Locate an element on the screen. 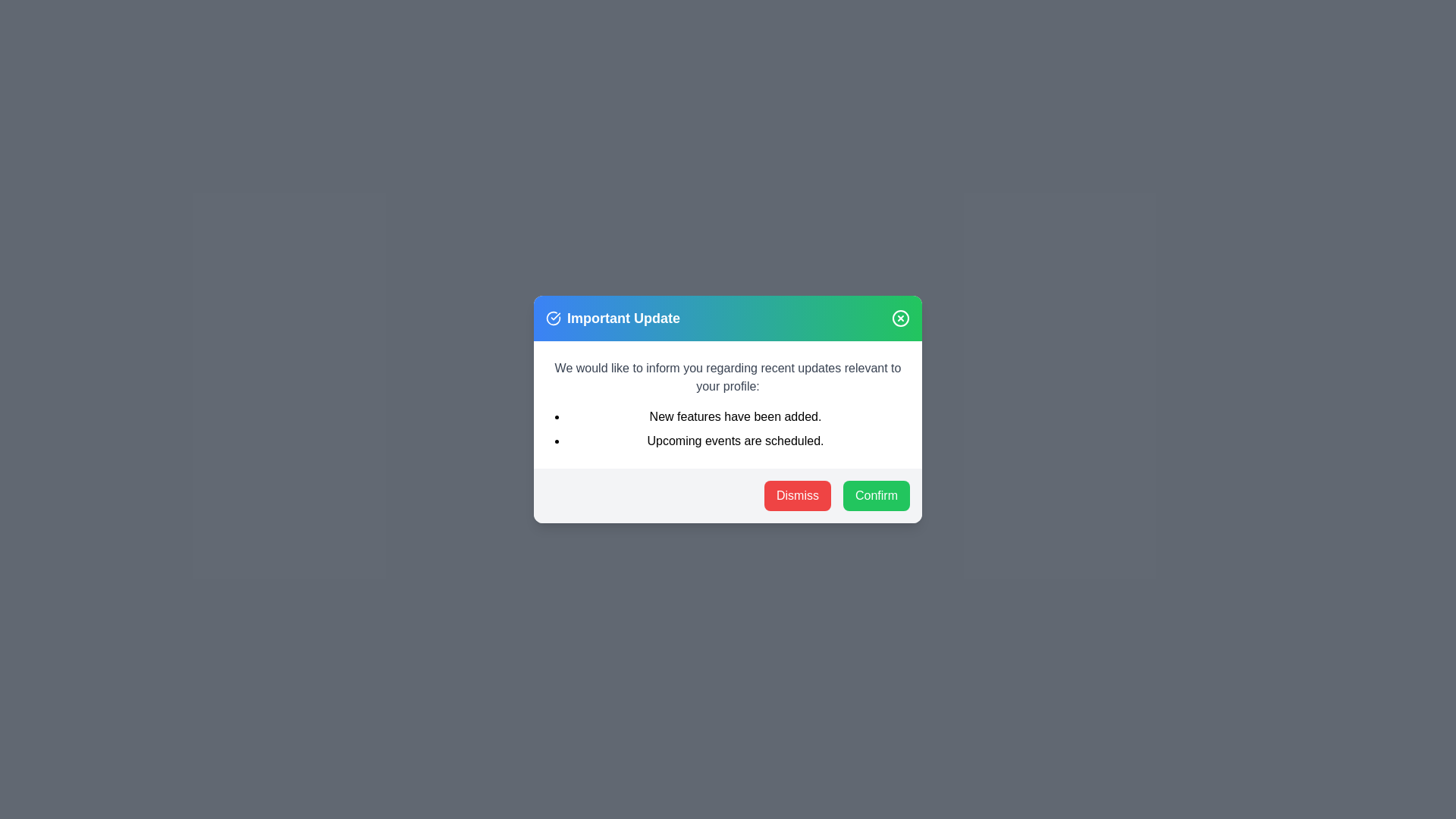 This screenshot has height=819, width=1456. the 'Confirm' button to confirm the updates is located at coordinates (877, 496).